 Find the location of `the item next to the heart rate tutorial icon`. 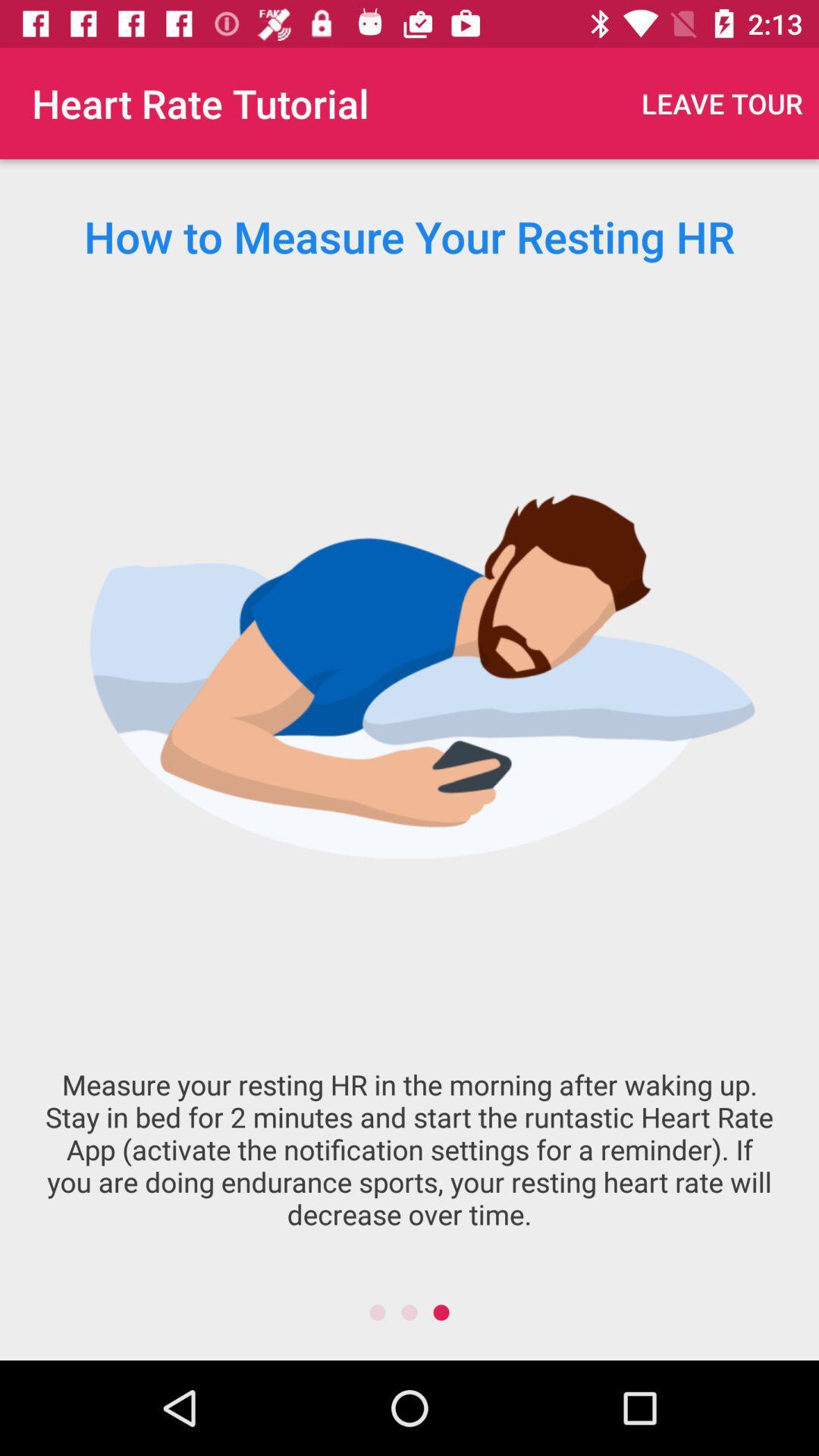

the item next to the heart rate tutorial icon is located at coordinates (721, 102).